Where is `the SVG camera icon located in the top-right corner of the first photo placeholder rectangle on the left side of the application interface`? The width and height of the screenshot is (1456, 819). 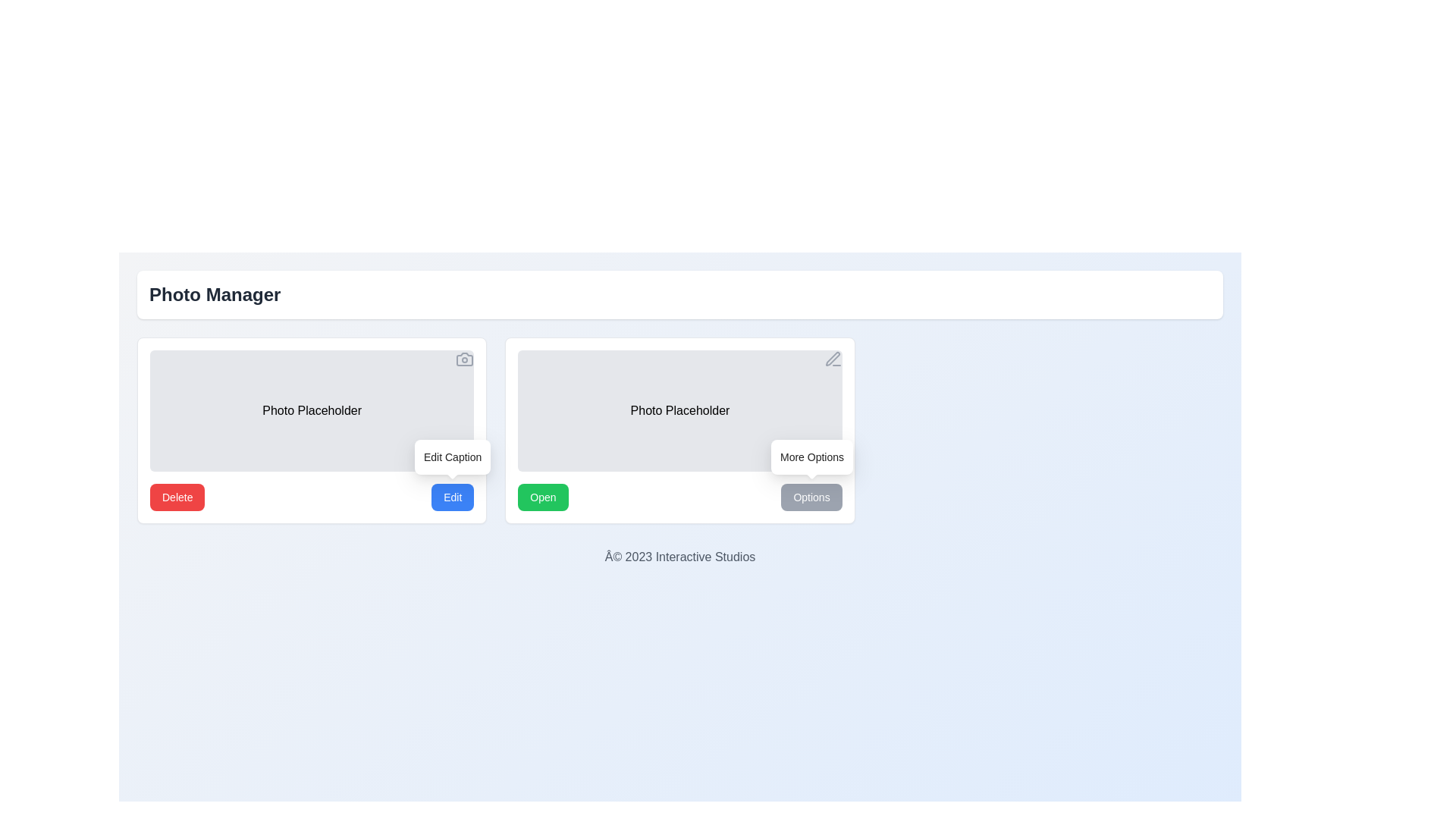
the SVG camera icon located in the top-right corner of the first photo placeholder rectangle on the left side of the application interface is located at coordinates (464, 359).